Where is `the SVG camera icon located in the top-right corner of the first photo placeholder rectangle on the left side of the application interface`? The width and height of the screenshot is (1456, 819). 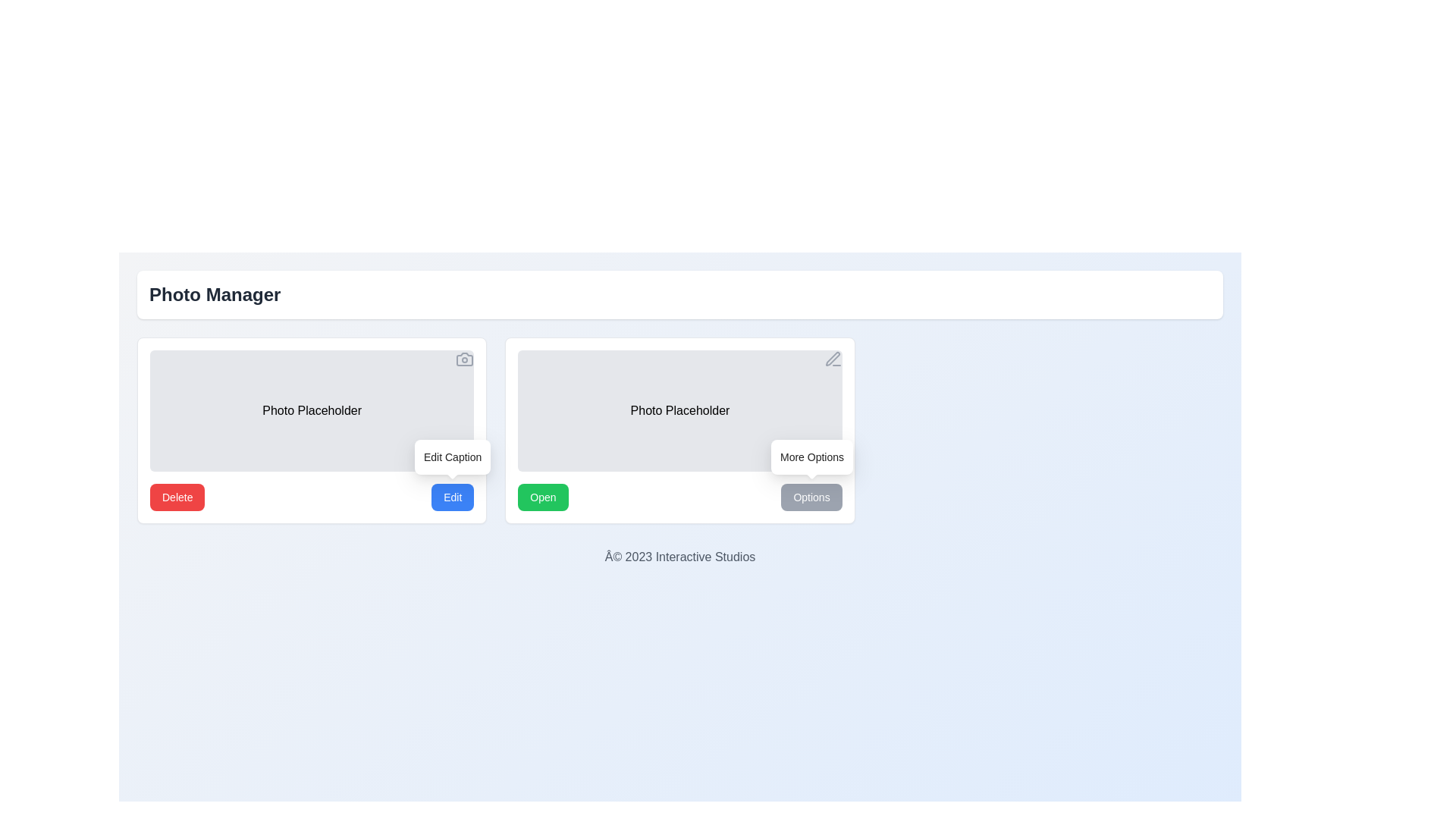
the SVG camera icon located in the top-right corner of the first photo placeholder rectangle on the left side of the application interface is located at coordinates (464, 359).